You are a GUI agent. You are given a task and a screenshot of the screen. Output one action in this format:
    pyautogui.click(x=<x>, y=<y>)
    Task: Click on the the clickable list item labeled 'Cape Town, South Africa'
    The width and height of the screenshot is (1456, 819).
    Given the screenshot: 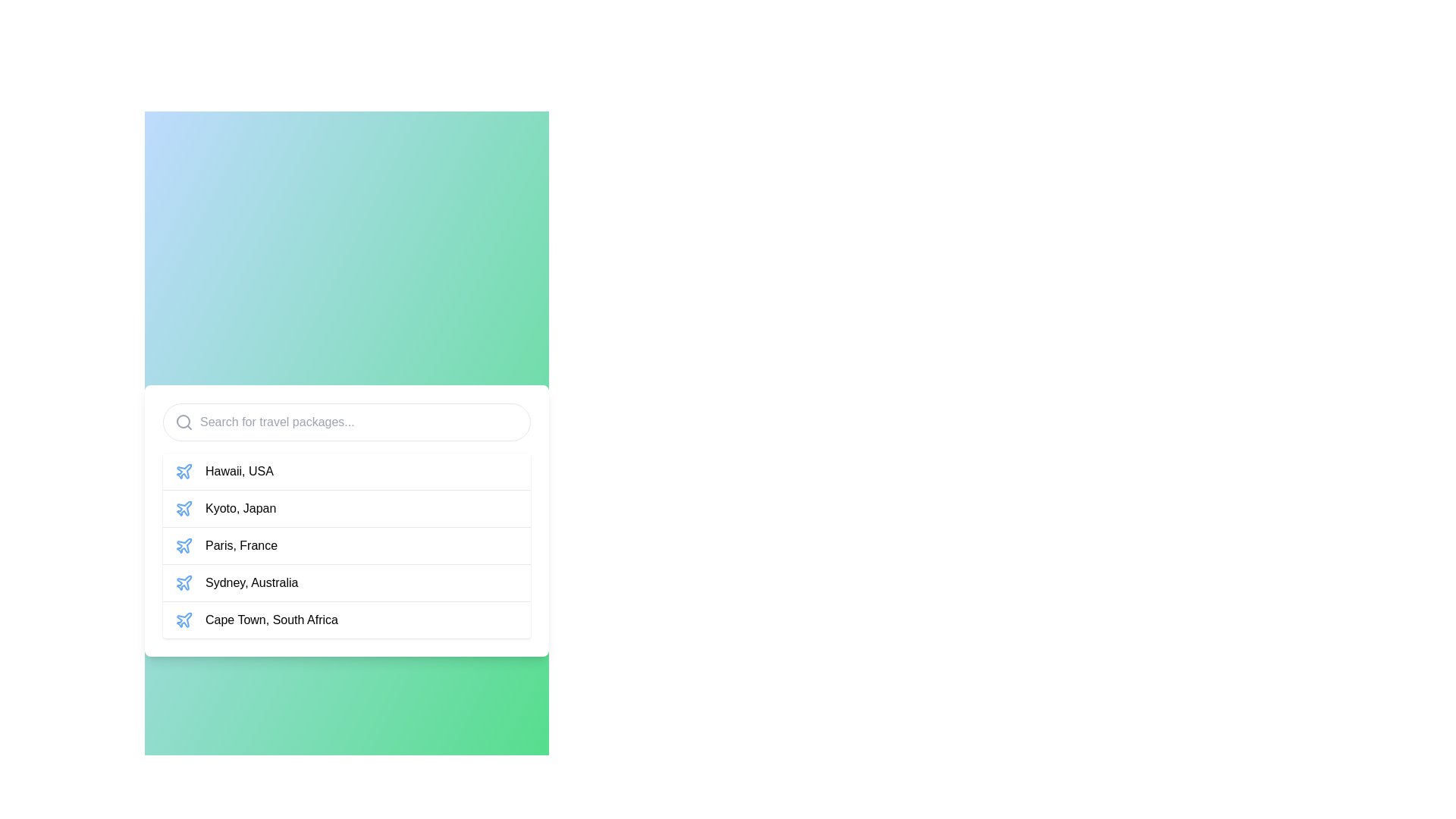 What is the action you would take?
    pyautogui.click(x=346, y=620)
    